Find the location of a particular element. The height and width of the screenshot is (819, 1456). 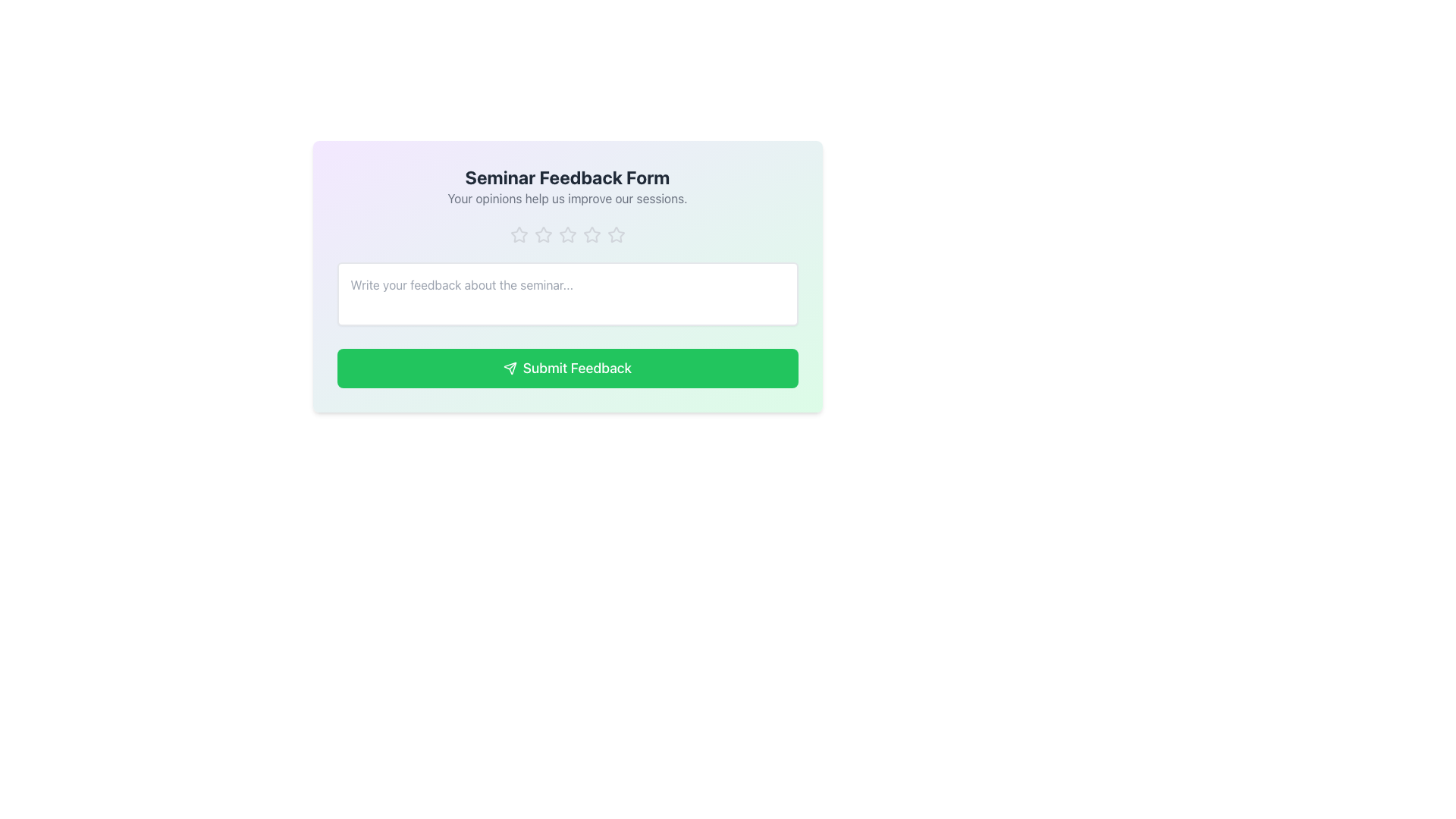

from the fourth star icon in the 5-star rating component is located at coordinates (591, 234).